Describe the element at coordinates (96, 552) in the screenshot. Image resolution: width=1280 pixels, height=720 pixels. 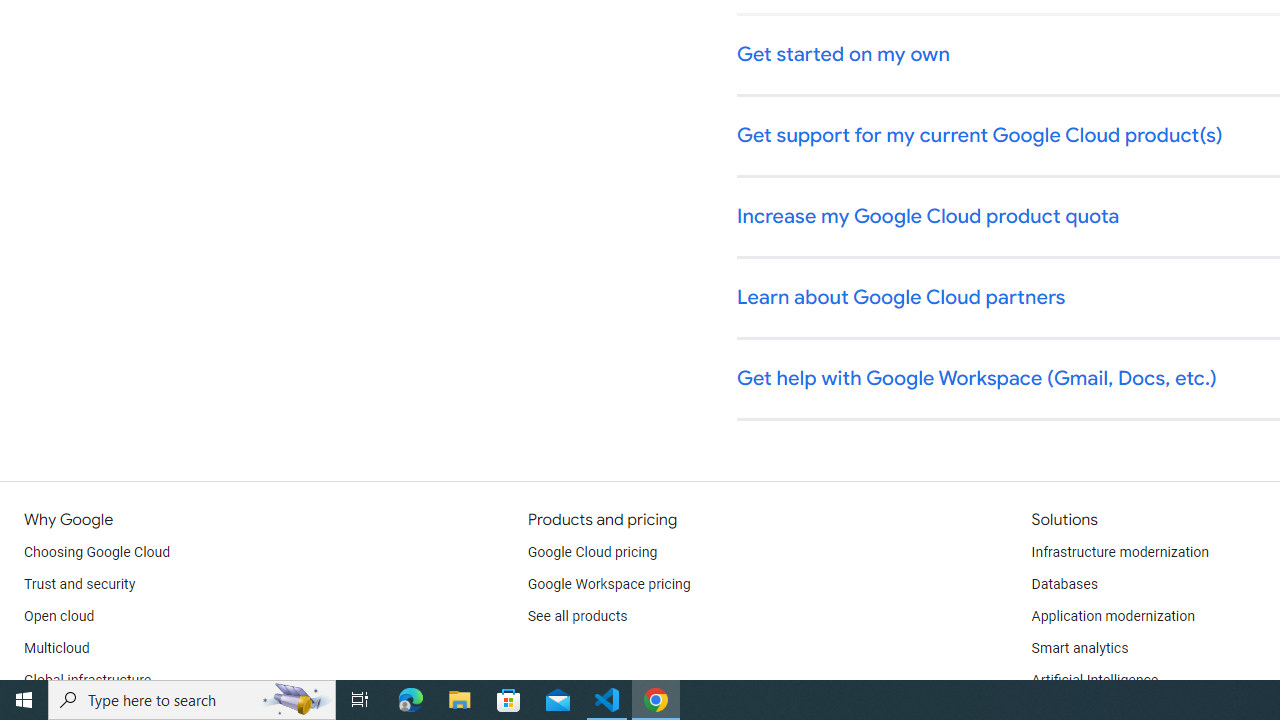
I see `'Choosing Google Cloud'` at that location.